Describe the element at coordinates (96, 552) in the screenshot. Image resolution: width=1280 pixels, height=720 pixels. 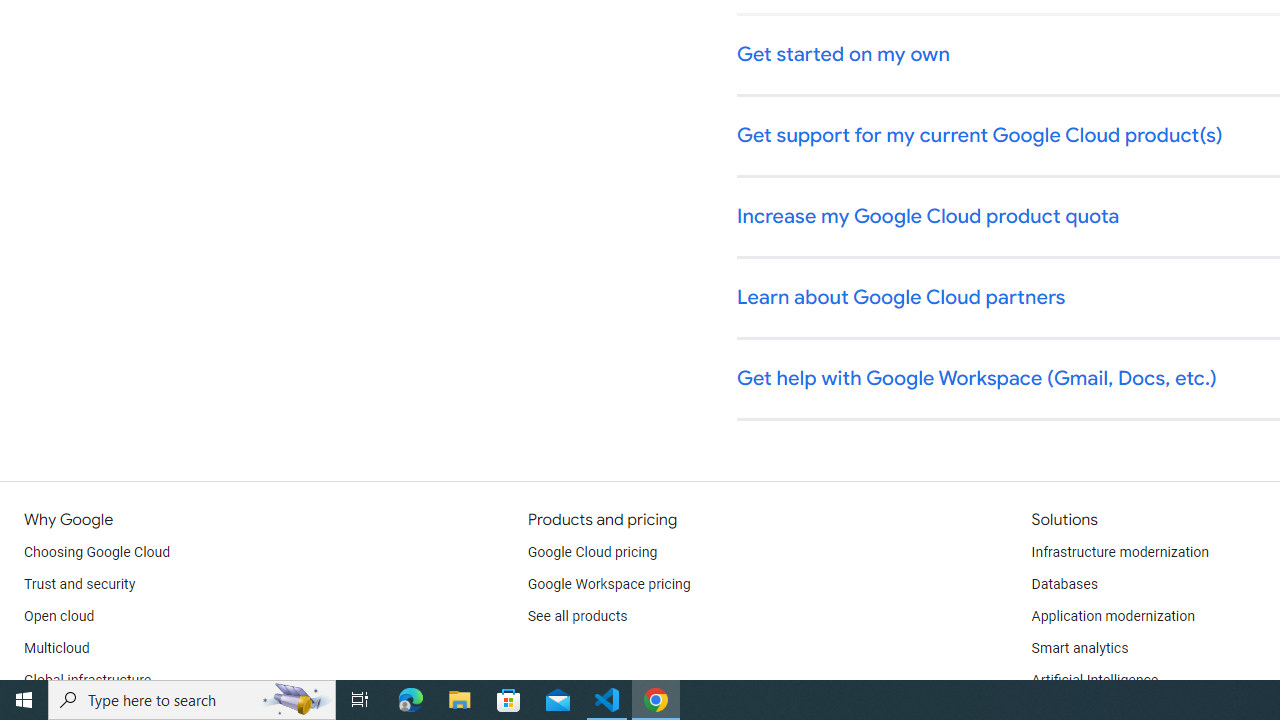
I see `'Choosing Google Cloud'` at that location.